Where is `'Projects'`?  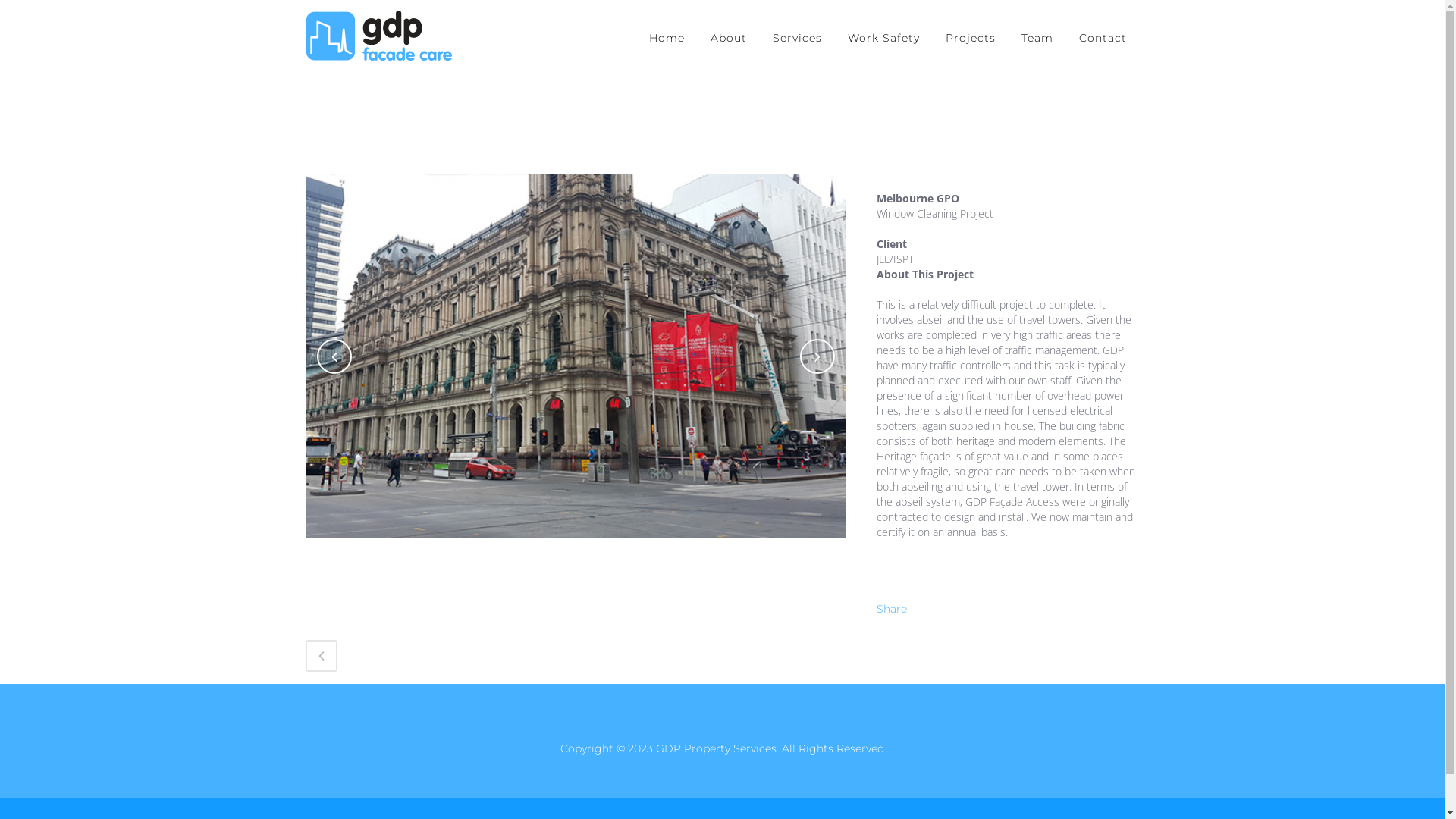 'Projects' is located at coordinates (971, 37).